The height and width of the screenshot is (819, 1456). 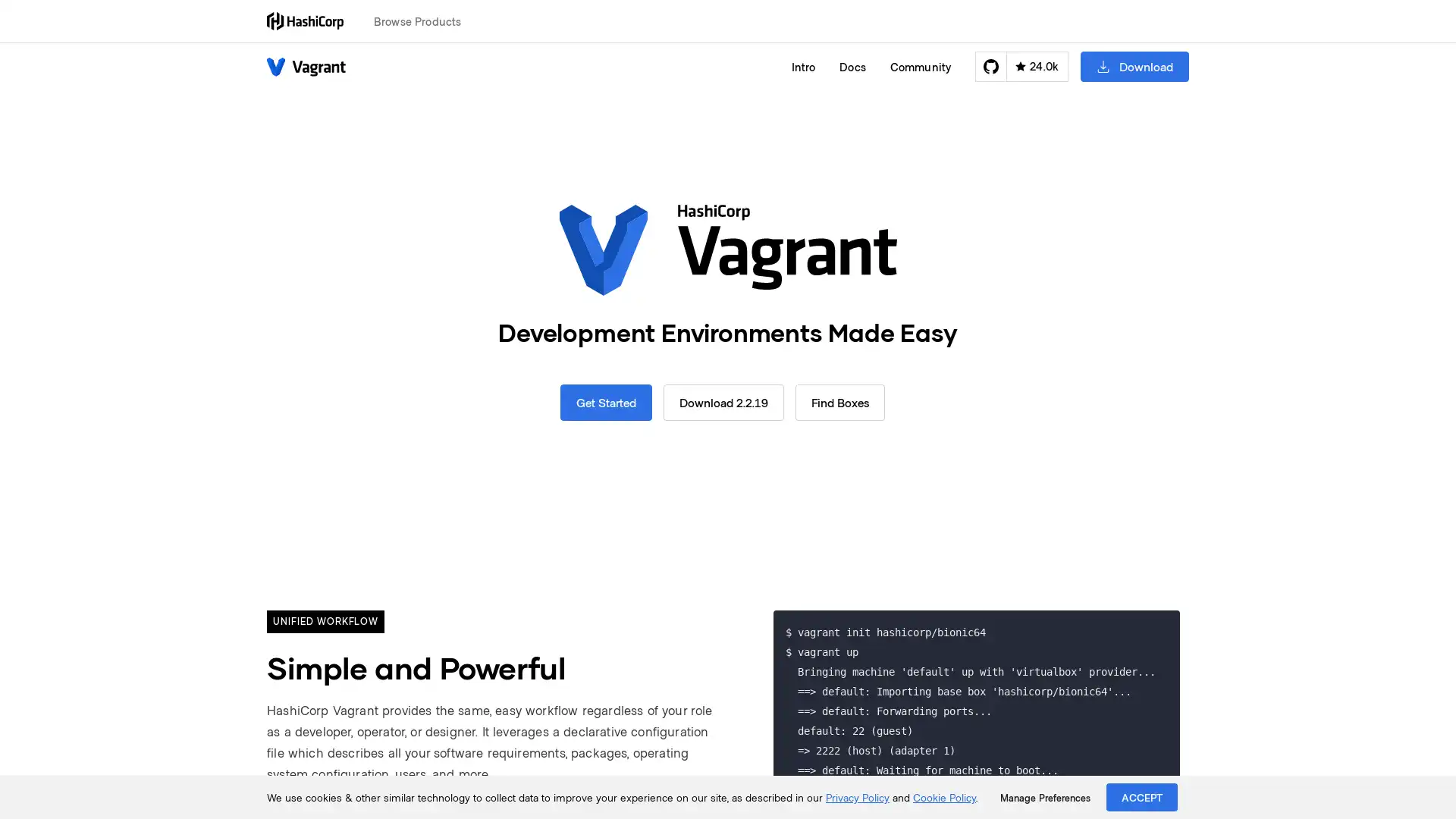 I want to click on Manage Preferences, so click(x=1044, y=797).